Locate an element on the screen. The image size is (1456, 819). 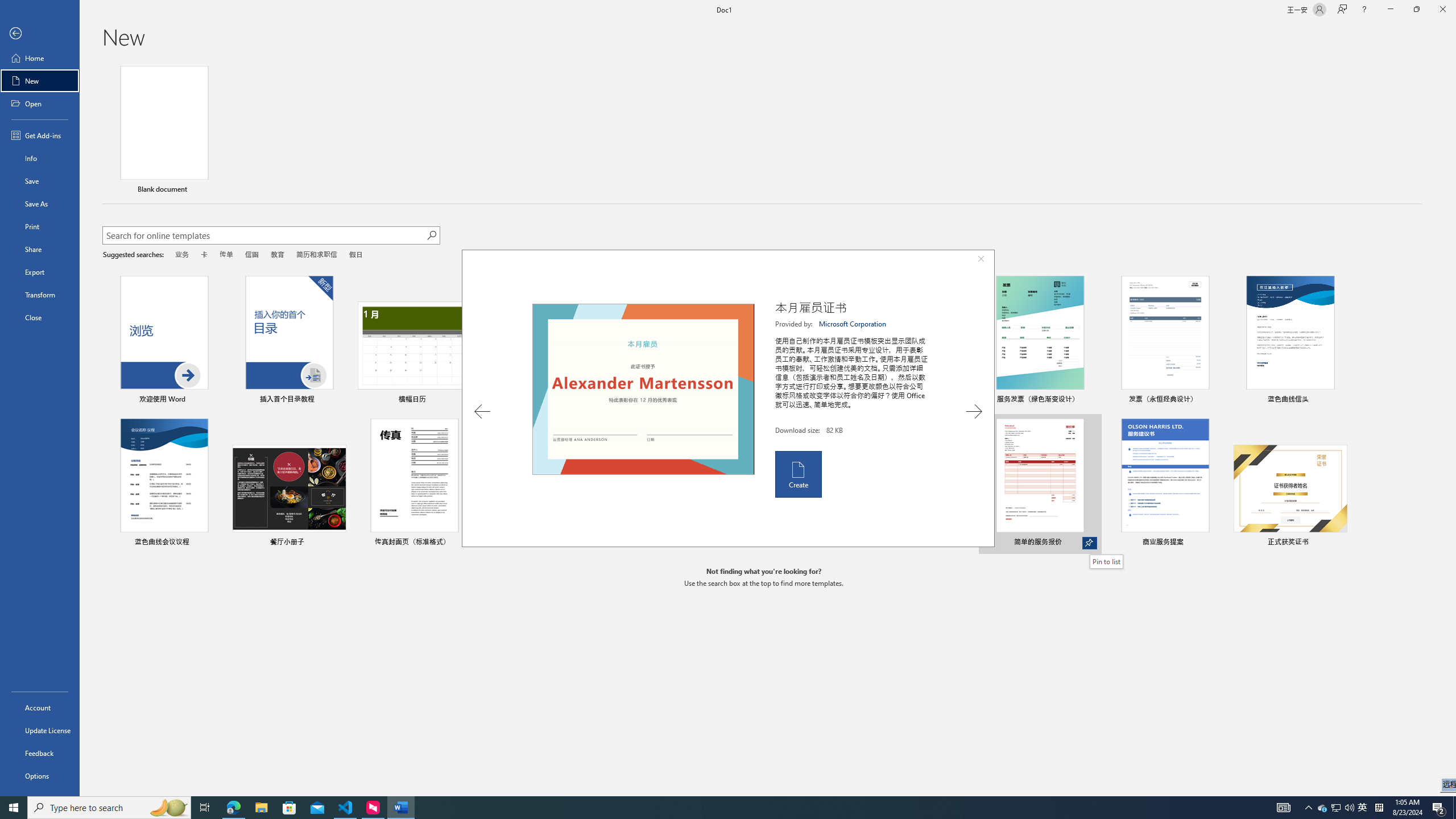
'Next Template' is located at coordinates (974, 411).